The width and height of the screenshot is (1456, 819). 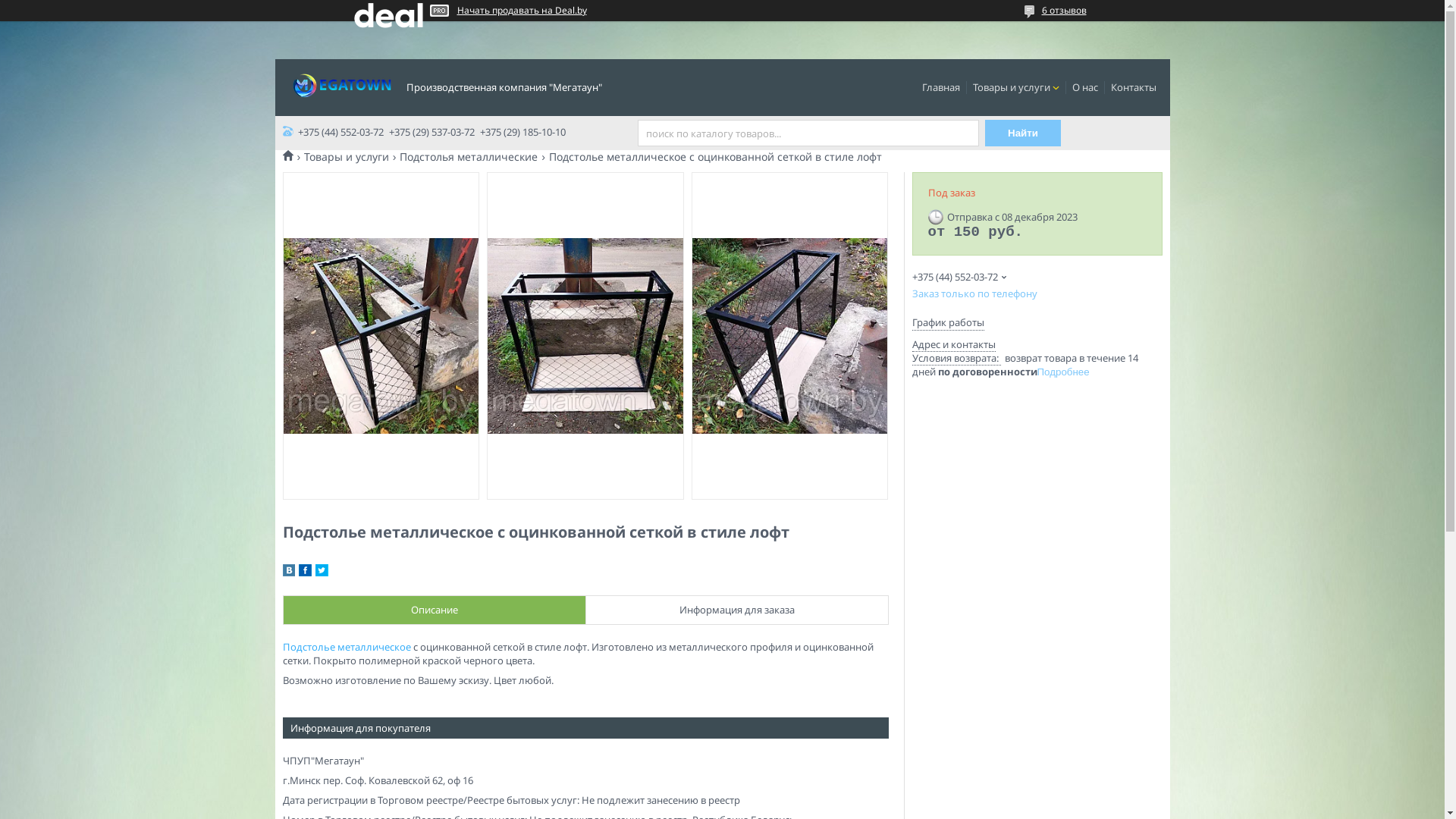 I want to click on 'facebook', so click(x=298, y=573).